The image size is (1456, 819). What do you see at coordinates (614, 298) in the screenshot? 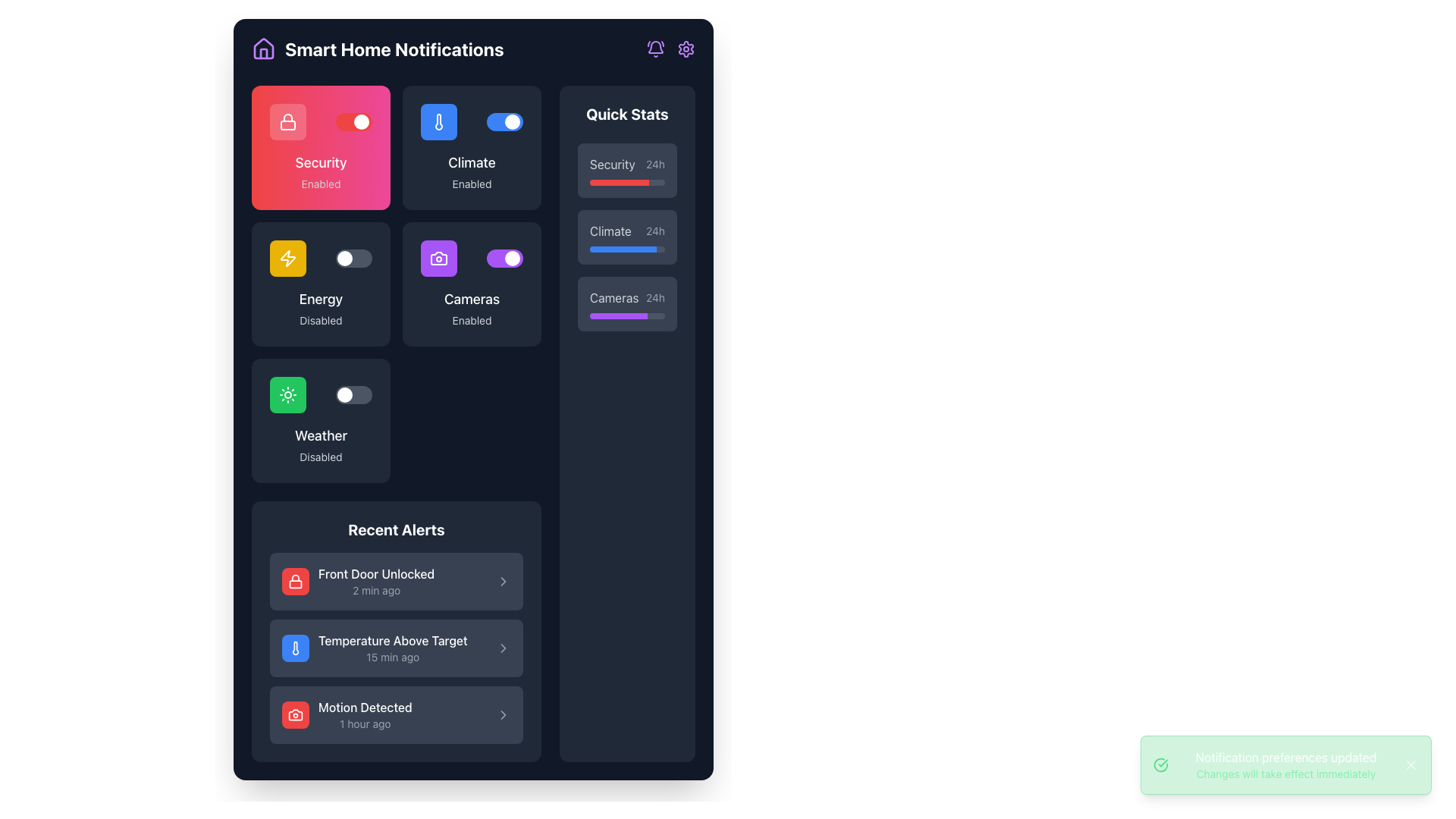
I see `the text label that identifies the statistics for cameras in the 'Quick Stats' section, positioned above the '24h' label` at bounding box center [614, 298].